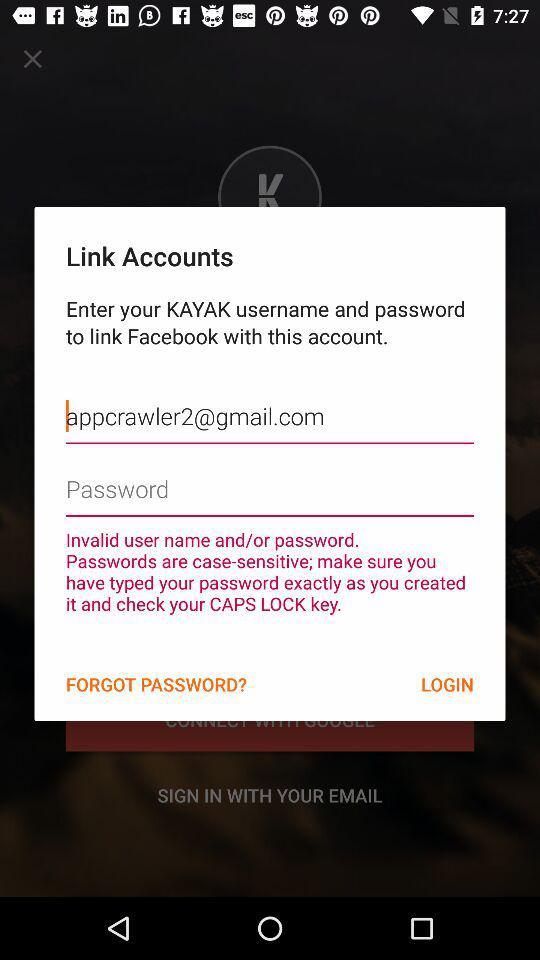 The width and height of the screenshot is (540, 960). What do you see at coordinates (155, 684) in the screenshot?
I see `item below invalid user name icon` at bounding box center [155, 684].